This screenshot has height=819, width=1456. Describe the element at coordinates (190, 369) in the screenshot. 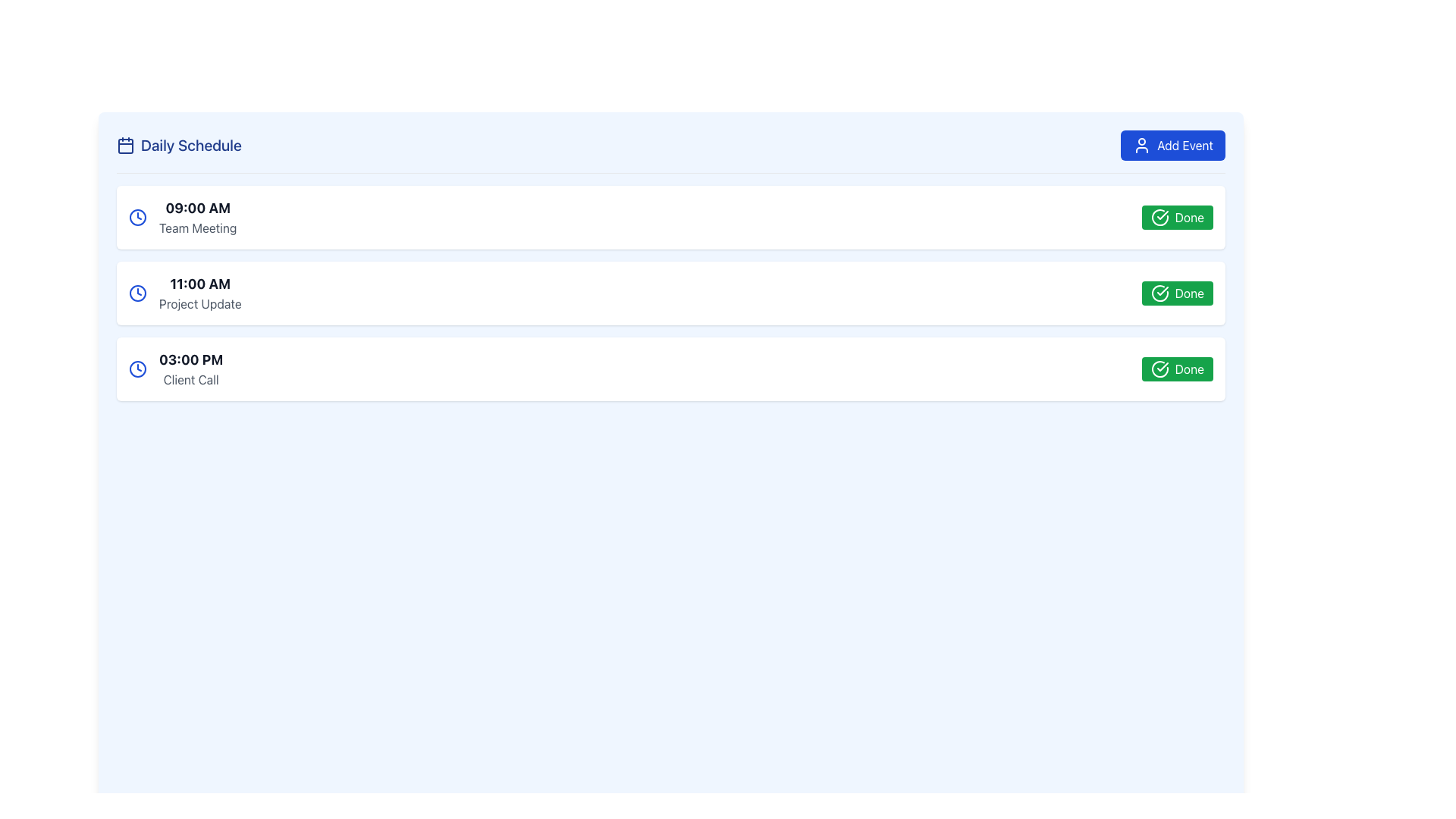

I see `the event entry displaying 'Client Call' scheduled for 03:00 PM, which is the third item in the list of events` at that location.